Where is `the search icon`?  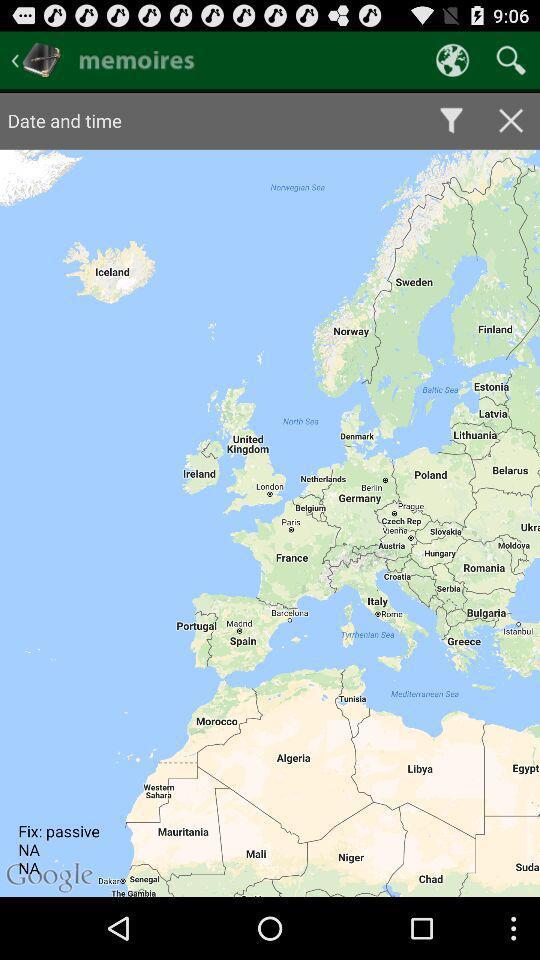
the search icon is located at coordinates (511, 64).